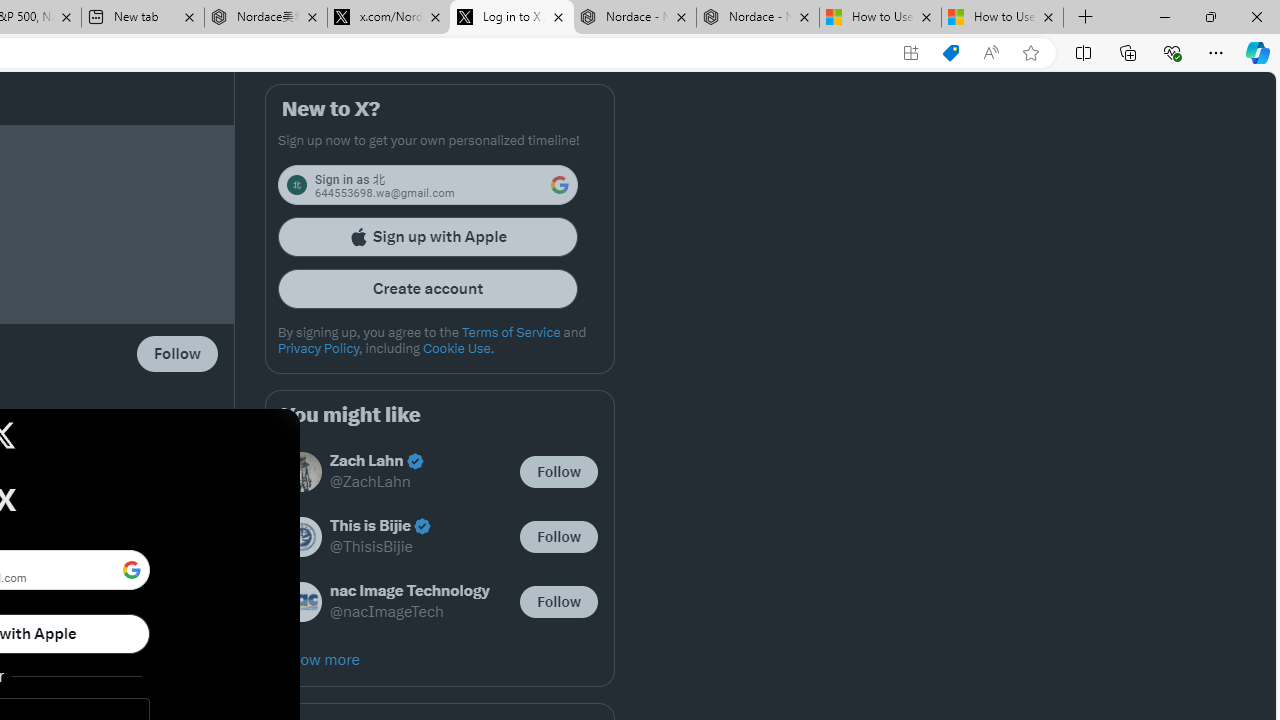 Image resolution: width=1280 pixels, height=720 pixels. I want to click on 'Log in to X / X', so click(512, 17).